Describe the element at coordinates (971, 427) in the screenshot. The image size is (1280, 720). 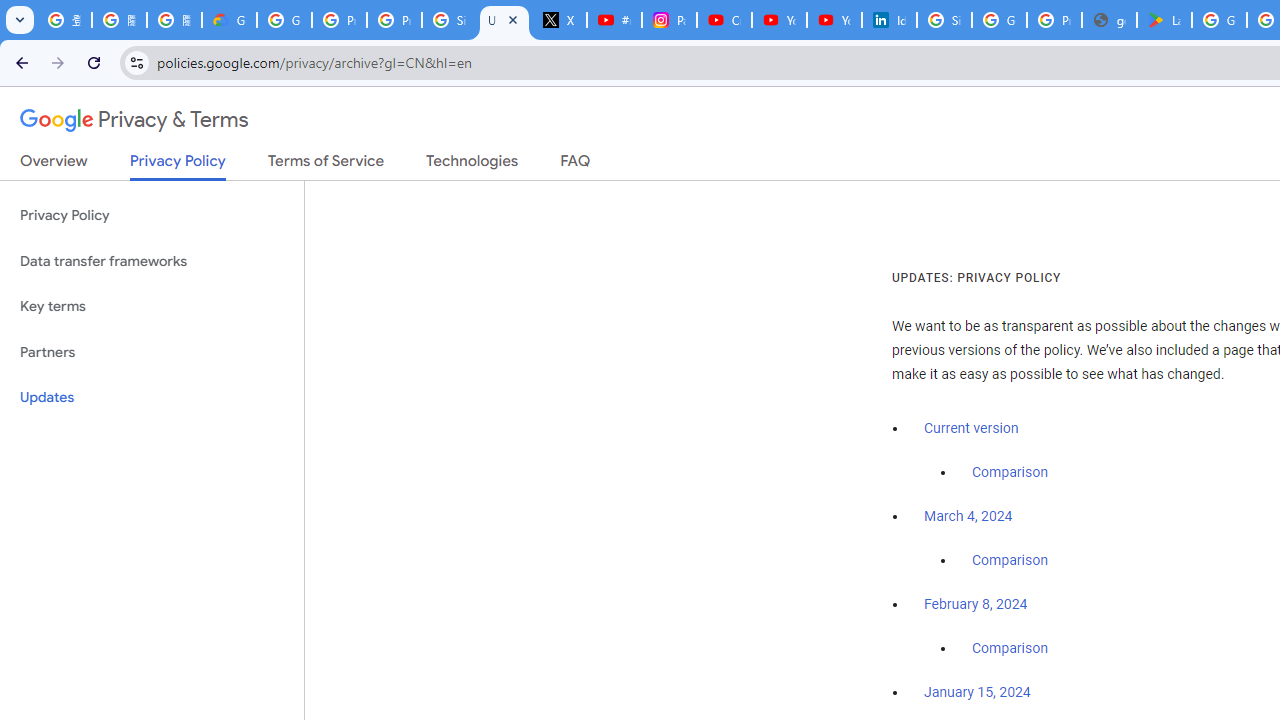
I see `'Current version'` at that location.